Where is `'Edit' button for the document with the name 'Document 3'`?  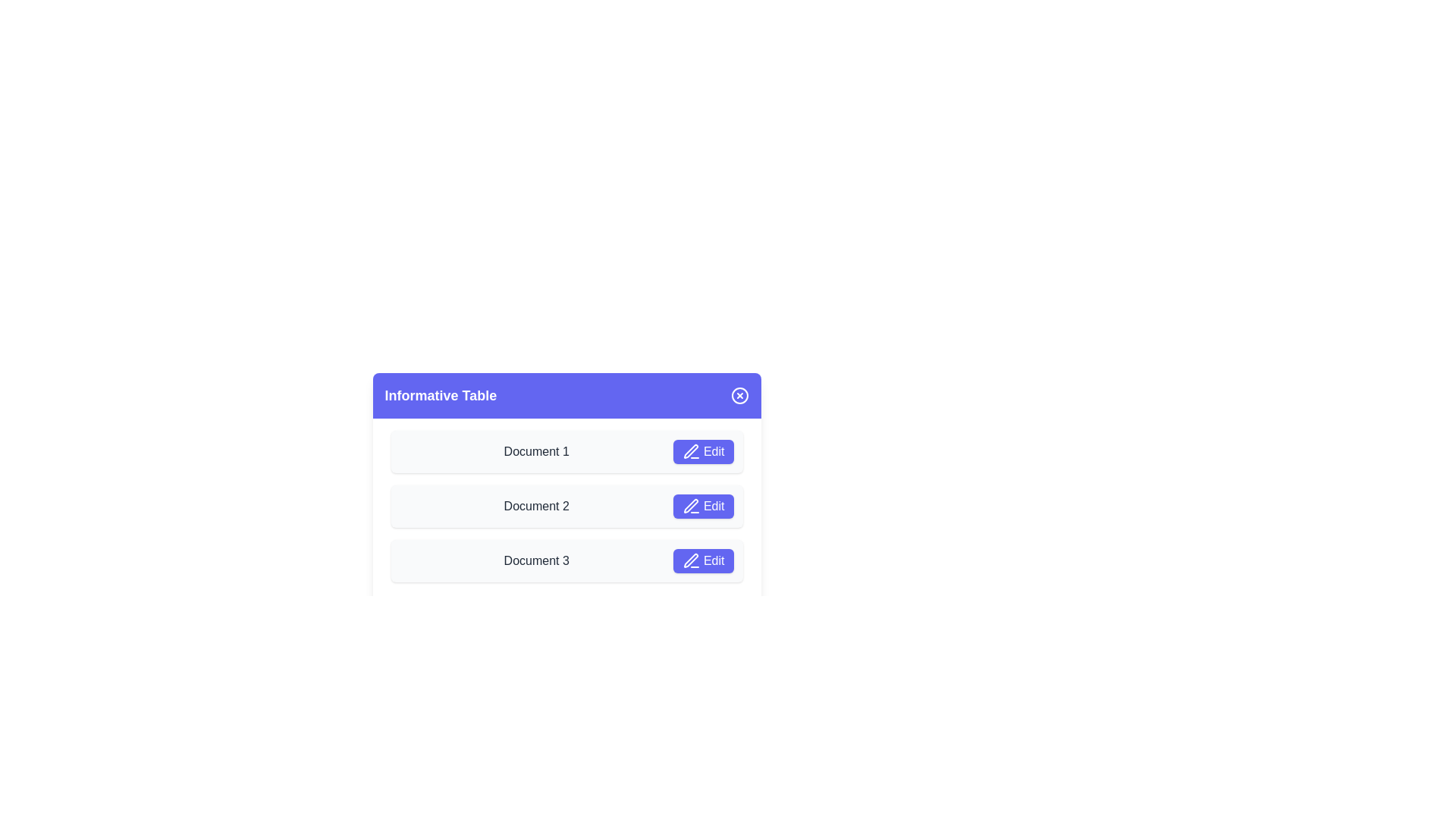 'Edit' button for the document with the name 'Document 3' is located at coordinates (702, 561).